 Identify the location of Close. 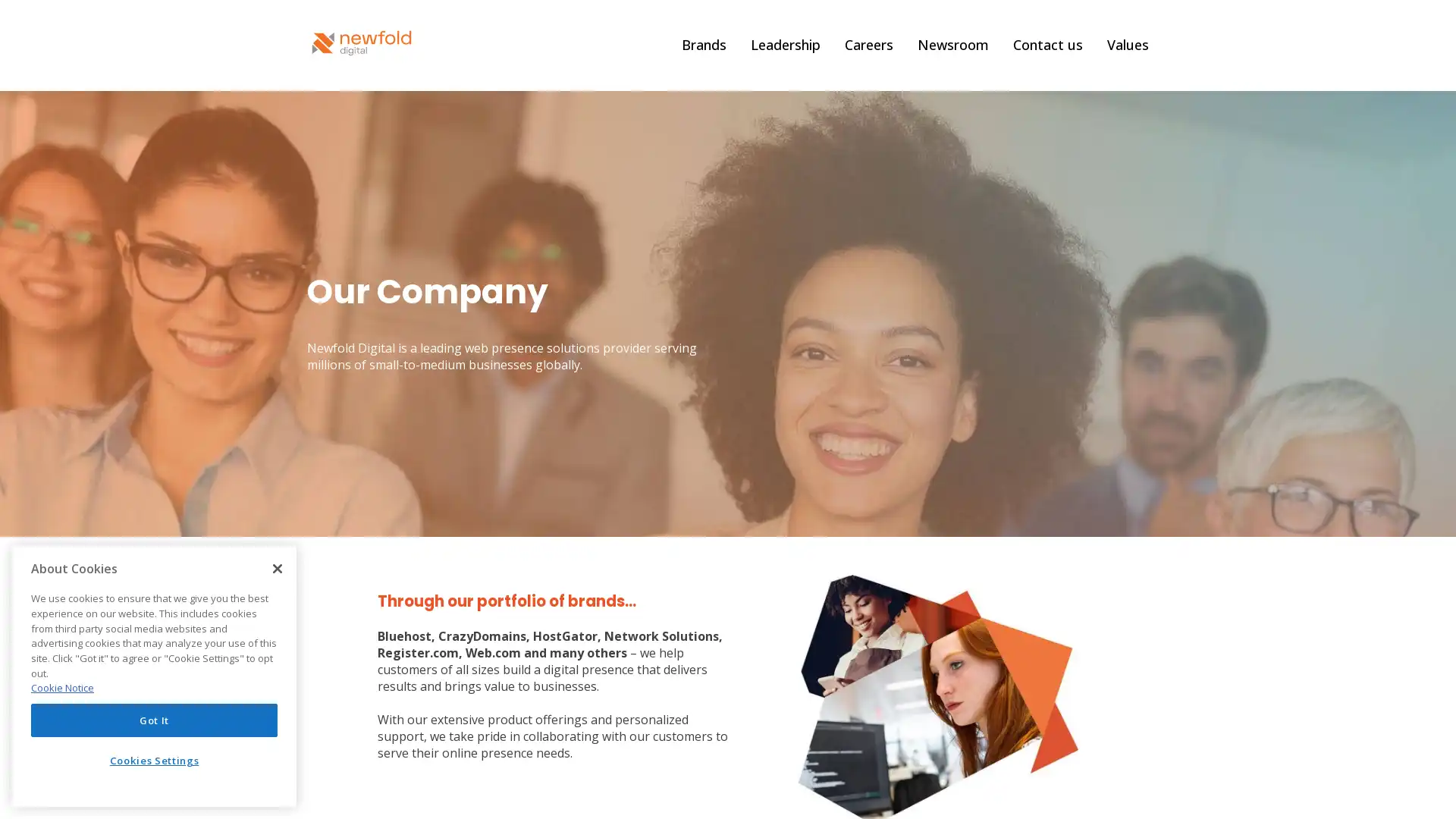
(277, 568).